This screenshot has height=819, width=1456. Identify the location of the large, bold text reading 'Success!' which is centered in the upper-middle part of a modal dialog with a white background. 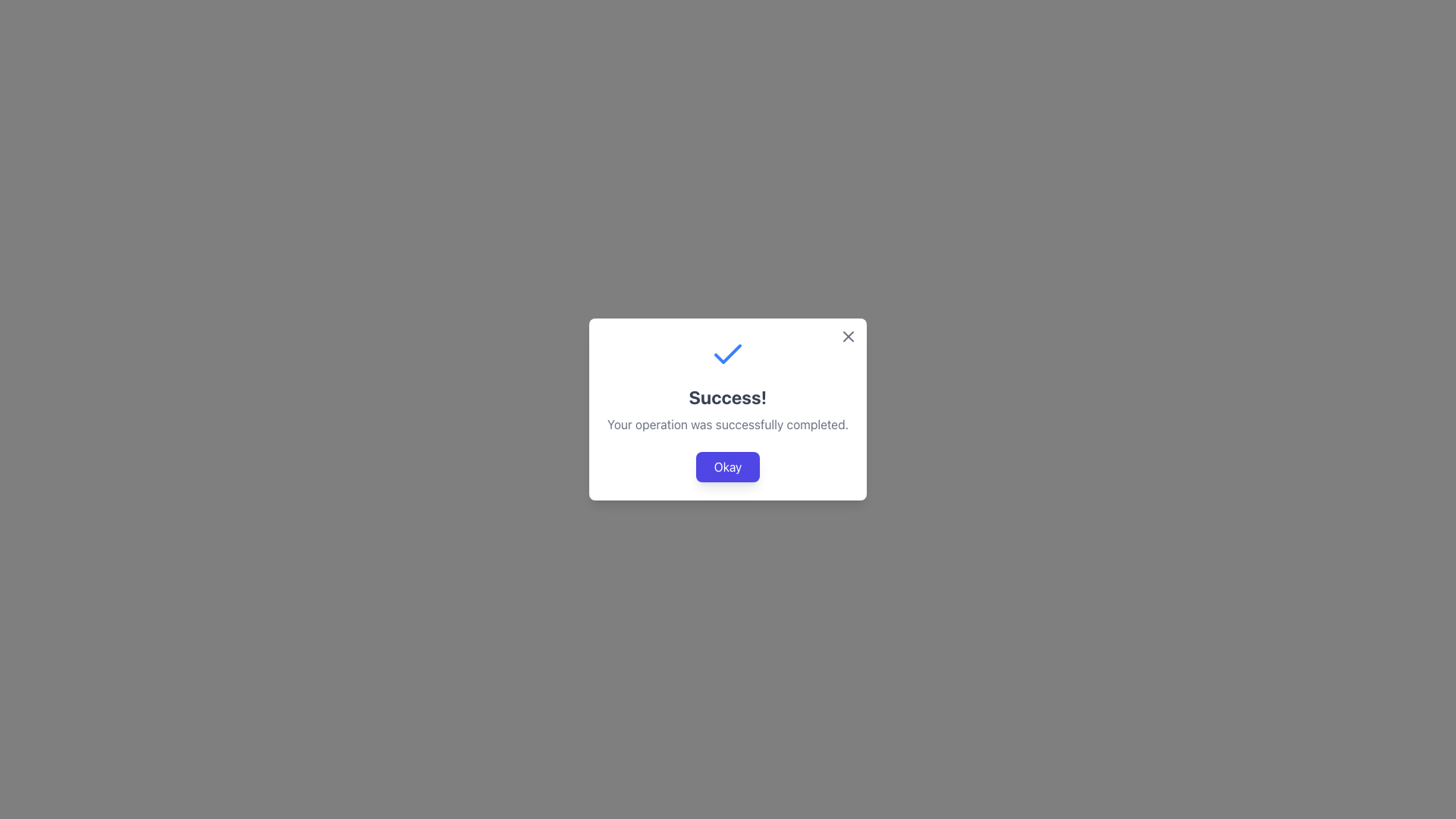
(728, 397).